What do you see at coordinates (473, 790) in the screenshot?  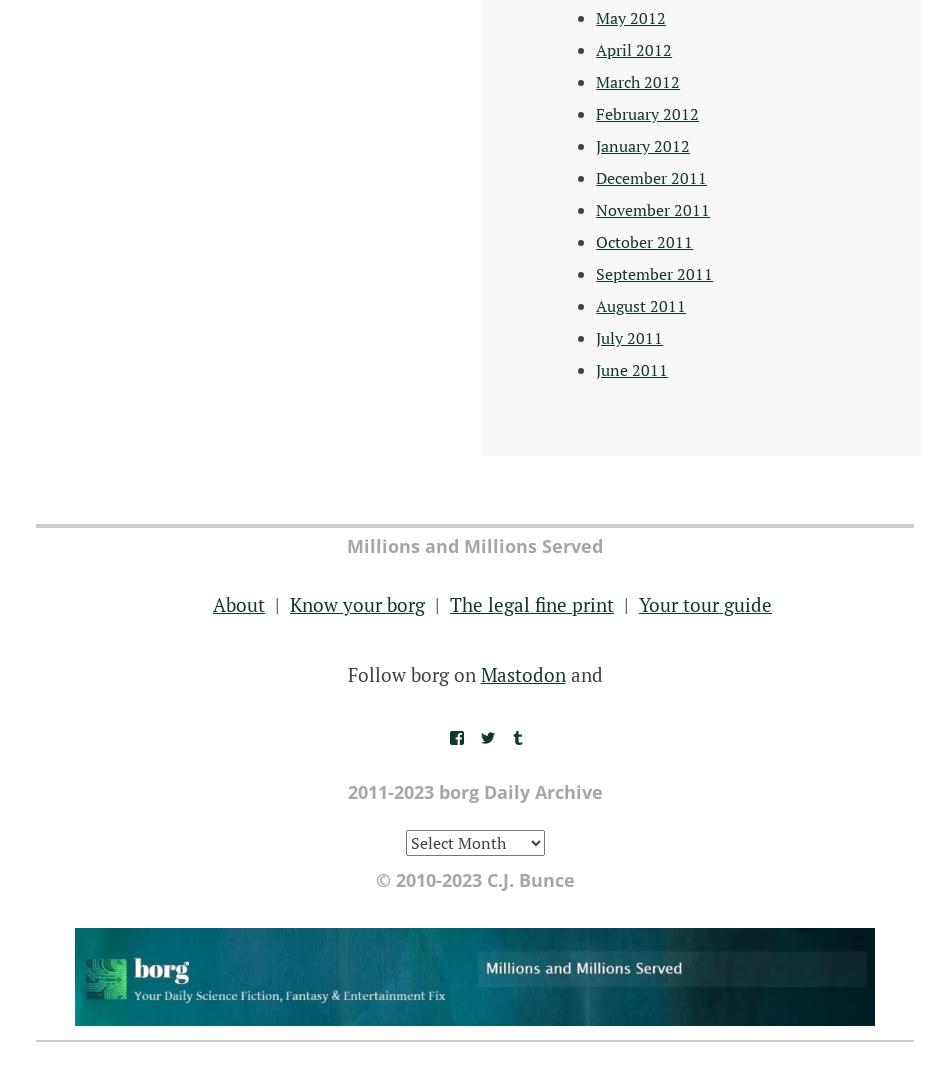 I see `'2011-2023 borg Daily Archive'` at bounding box center [473, 790].